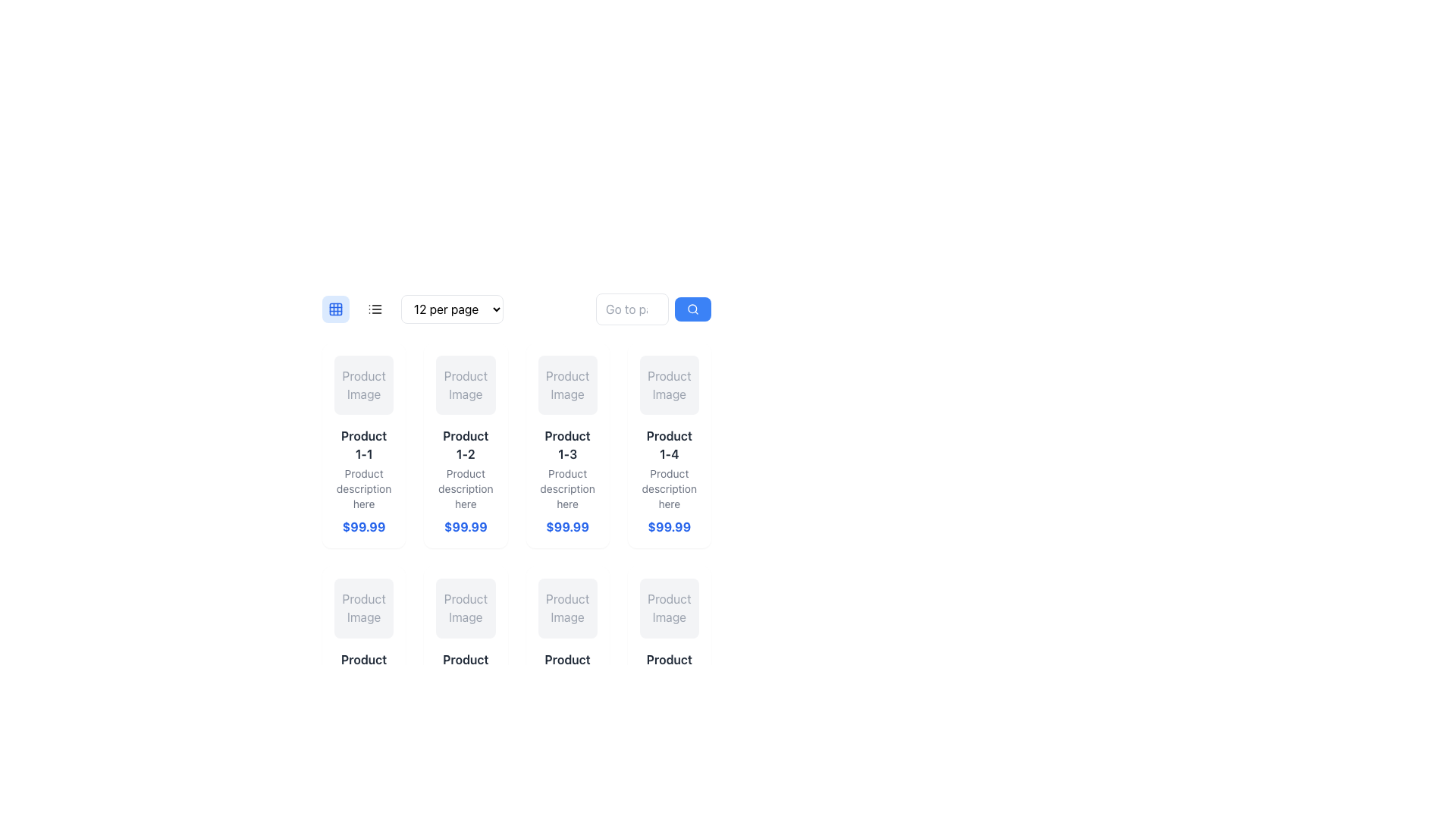 The width and height of the screenshot is (1456, 819). Describe the element at coordinates (451, 309) in the screenshot. I see `an option from the dropdown menu located in the center of a row of options above the product grid, positioned between a grid/list toggle button and a pagination input field` at that location.